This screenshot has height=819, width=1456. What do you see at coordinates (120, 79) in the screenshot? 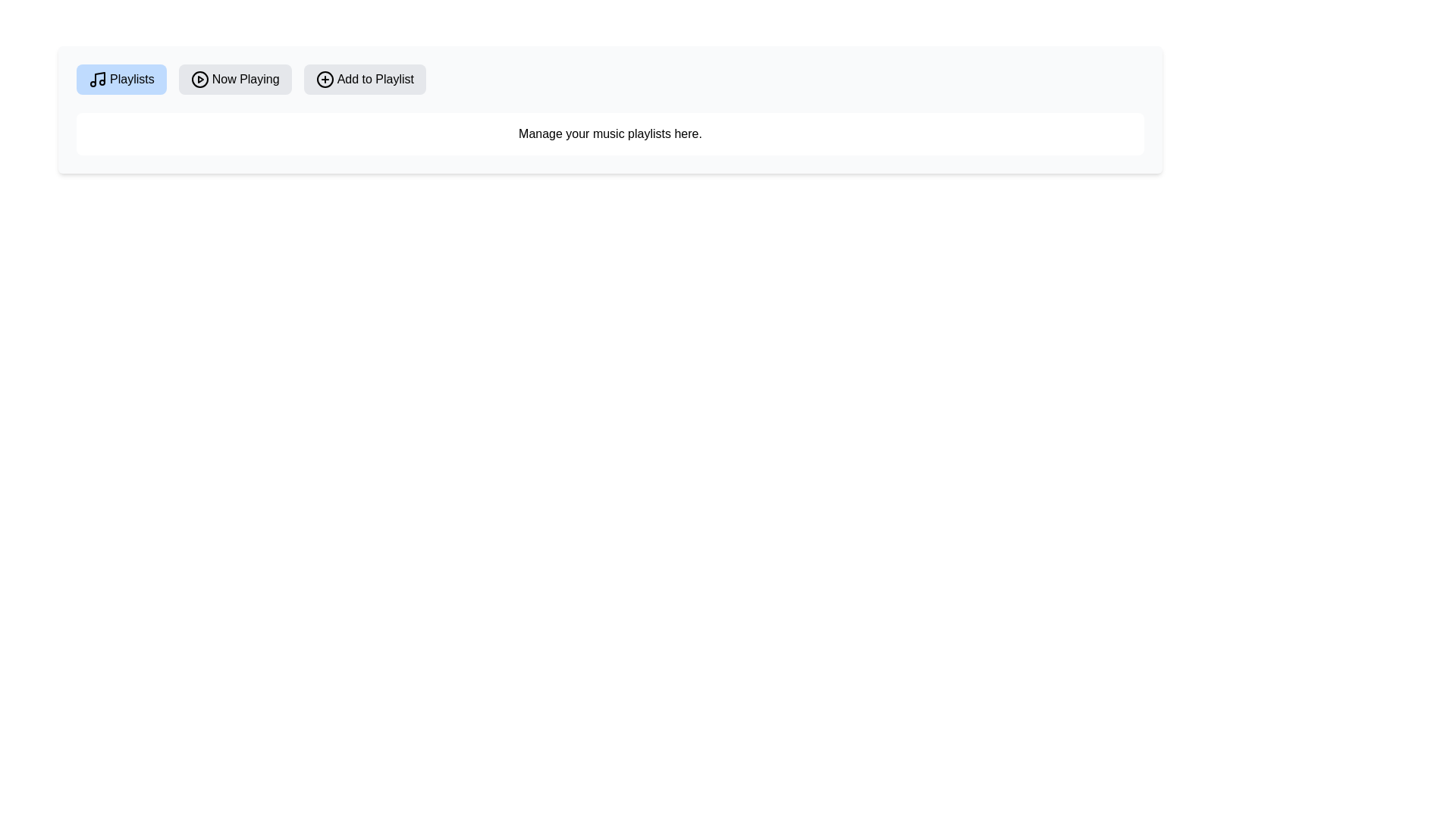
I see `the tab labeled Playlists` at bounding box center [120, 79].